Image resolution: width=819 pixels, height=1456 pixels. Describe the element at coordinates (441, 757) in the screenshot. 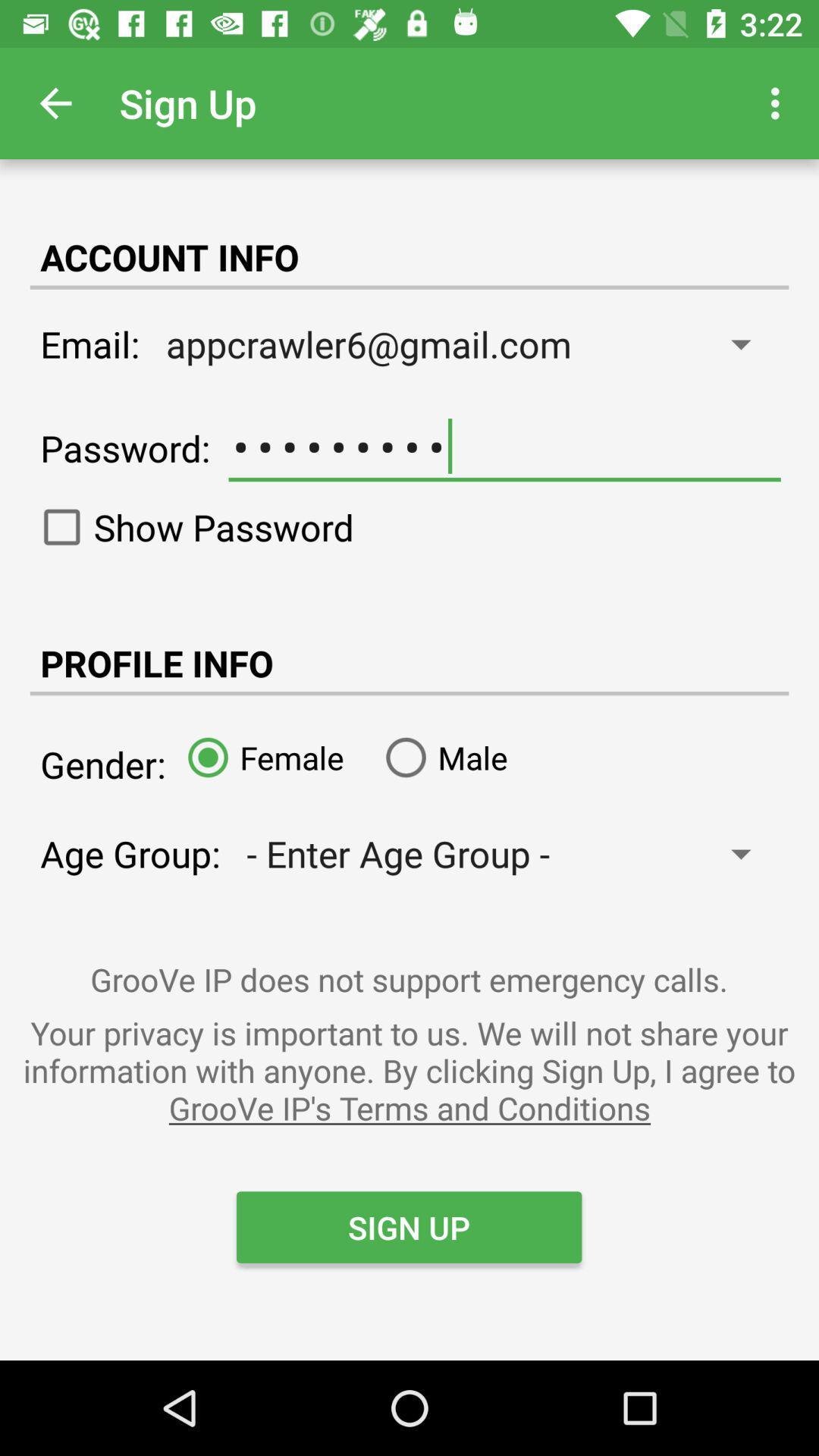

I see `the male icon` at that location.